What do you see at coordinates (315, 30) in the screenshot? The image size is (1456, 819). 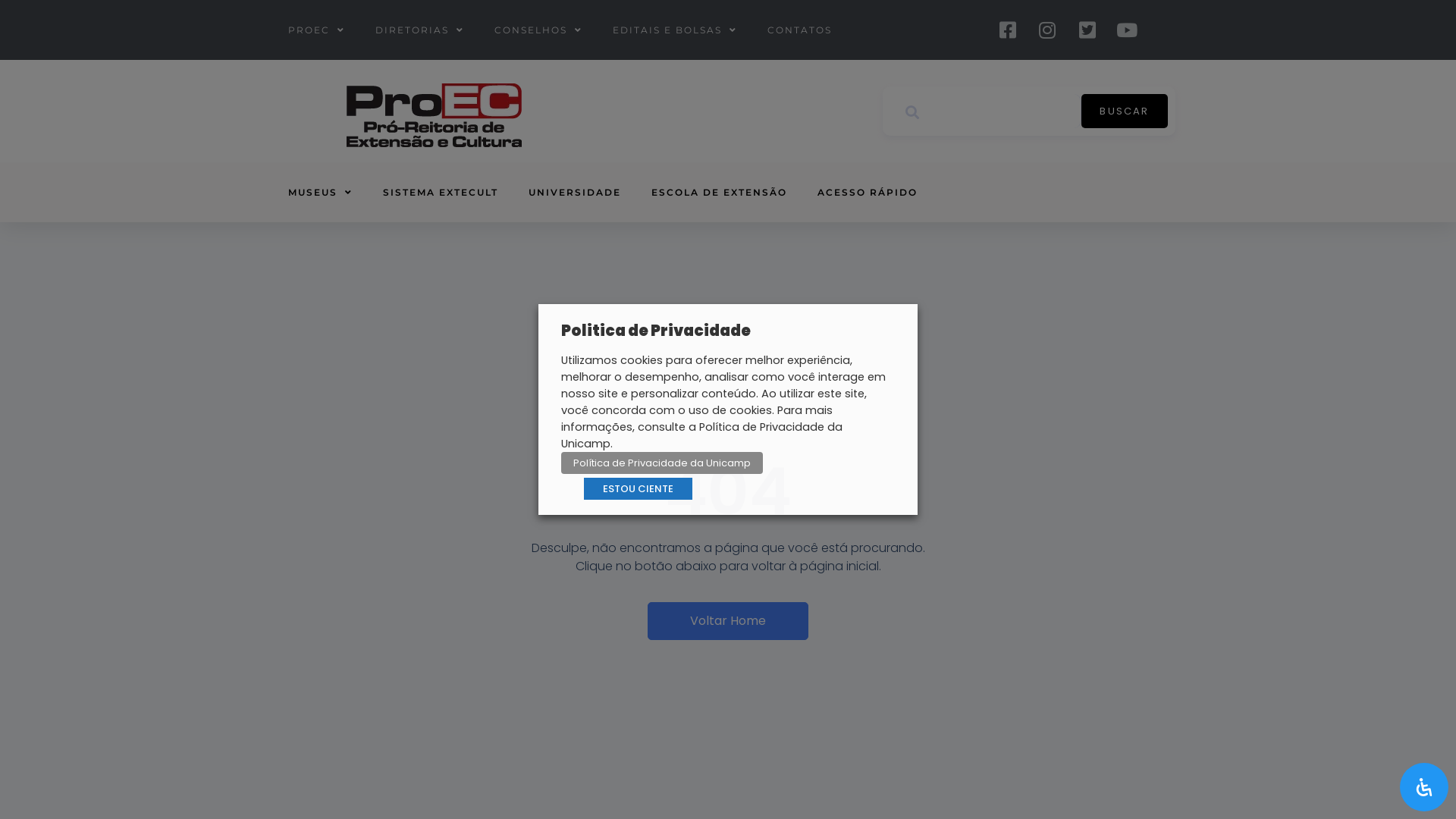 I see `'PROEC'` at bounding box center [315, 30].